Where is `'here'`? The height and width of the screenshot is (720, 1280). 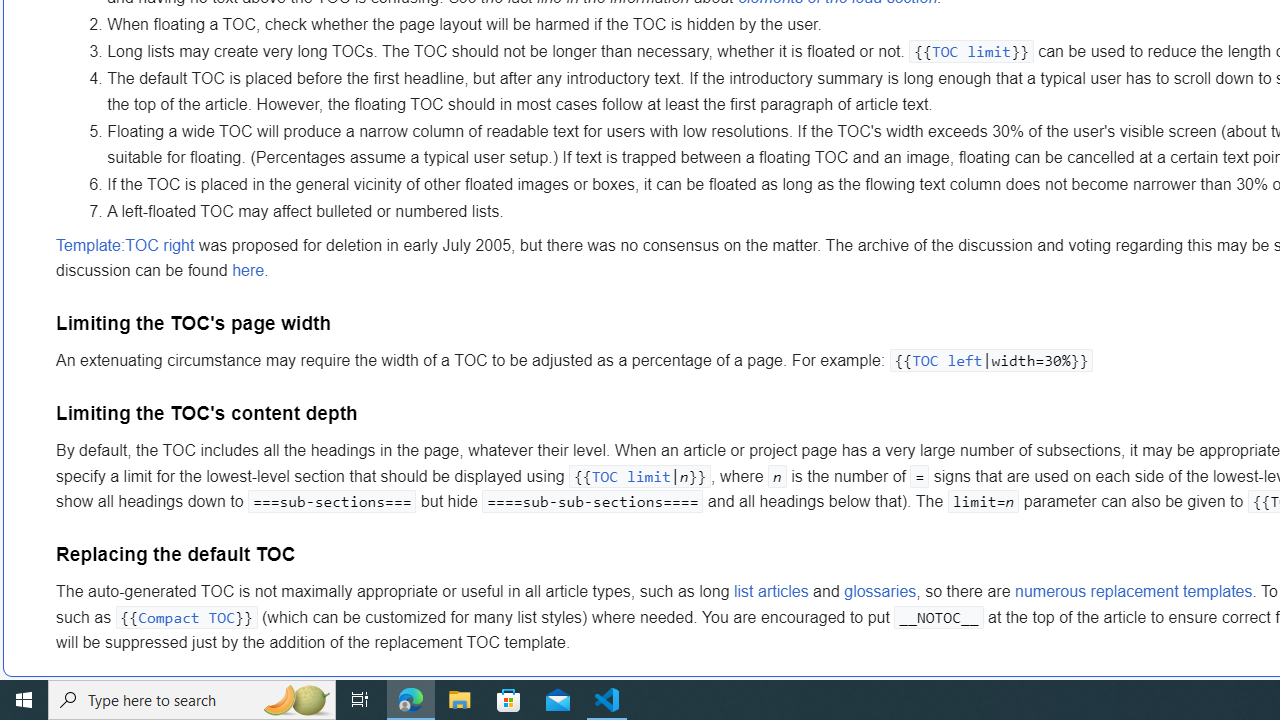 'here' is located at coordinates (247, 271).